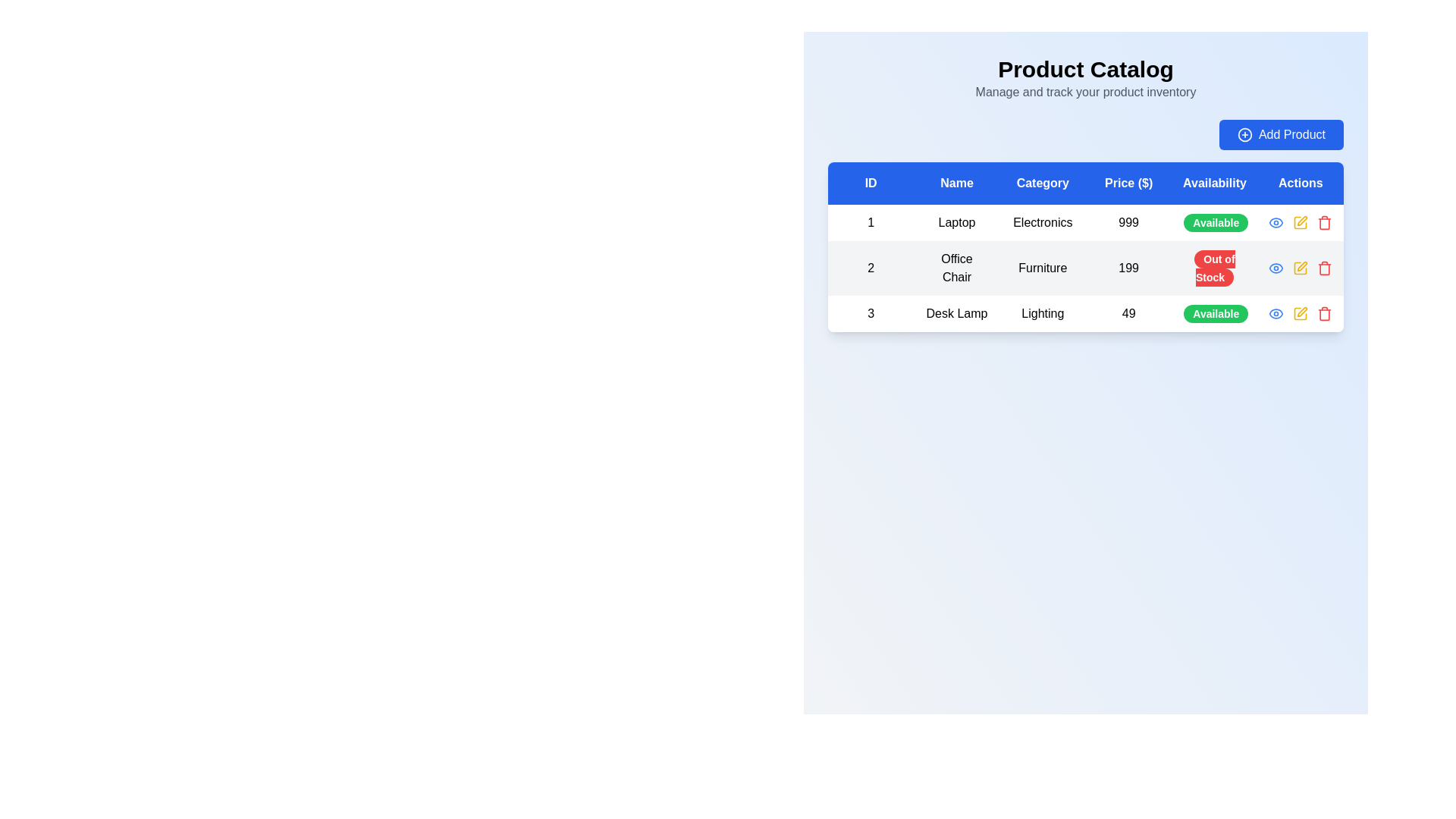  I want to click on displayed text '3' from the bold text label located in the leftmost column of the third row under the 'ID' column in the 'Product Catalog' table, so click(871, 312).